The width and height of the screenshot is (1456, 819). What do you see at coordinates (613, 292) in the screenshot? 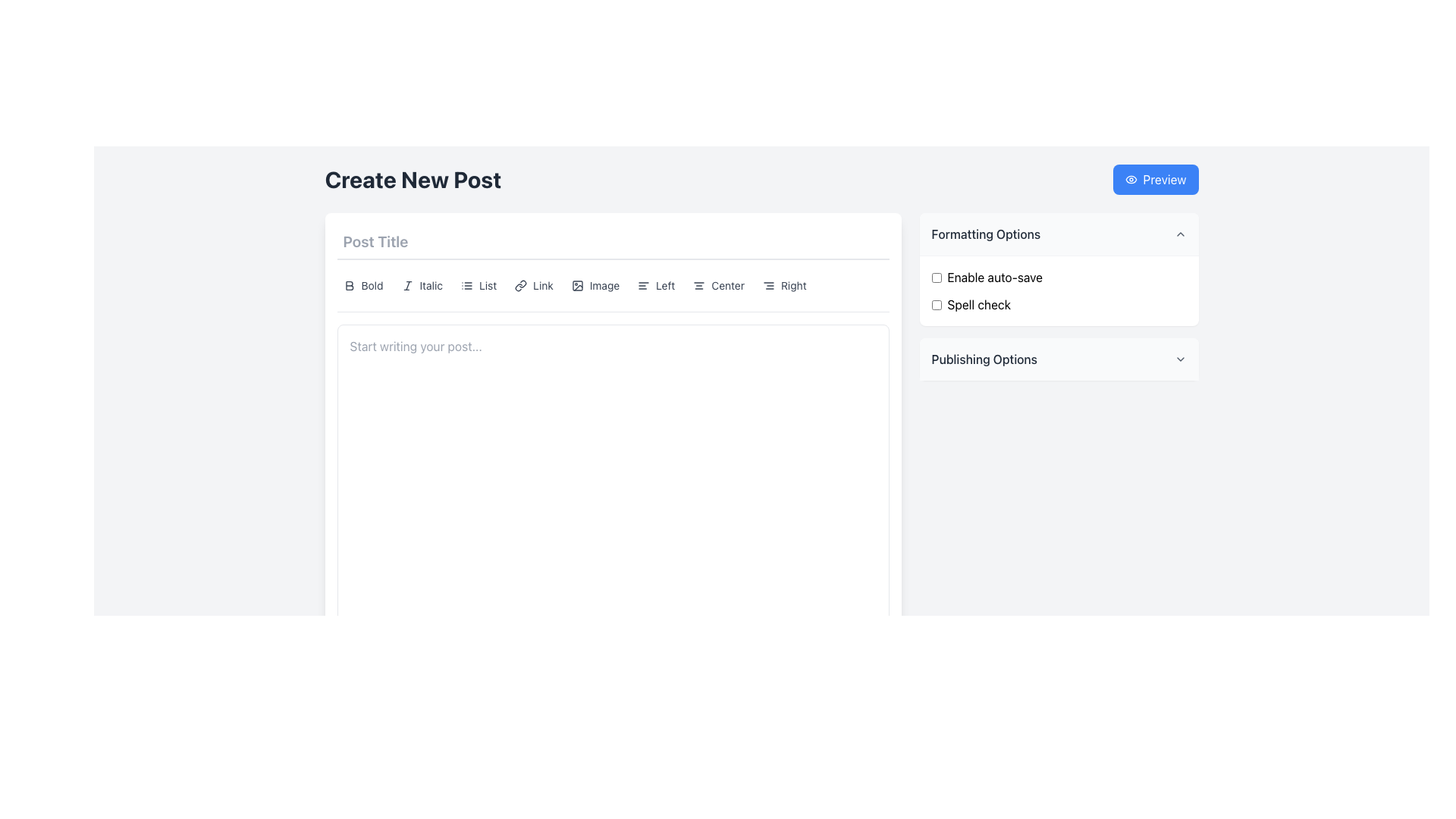
I see `the button in the text manipulation toolbar to apply the corresponding formatting option` at bounding box center [613, 292].